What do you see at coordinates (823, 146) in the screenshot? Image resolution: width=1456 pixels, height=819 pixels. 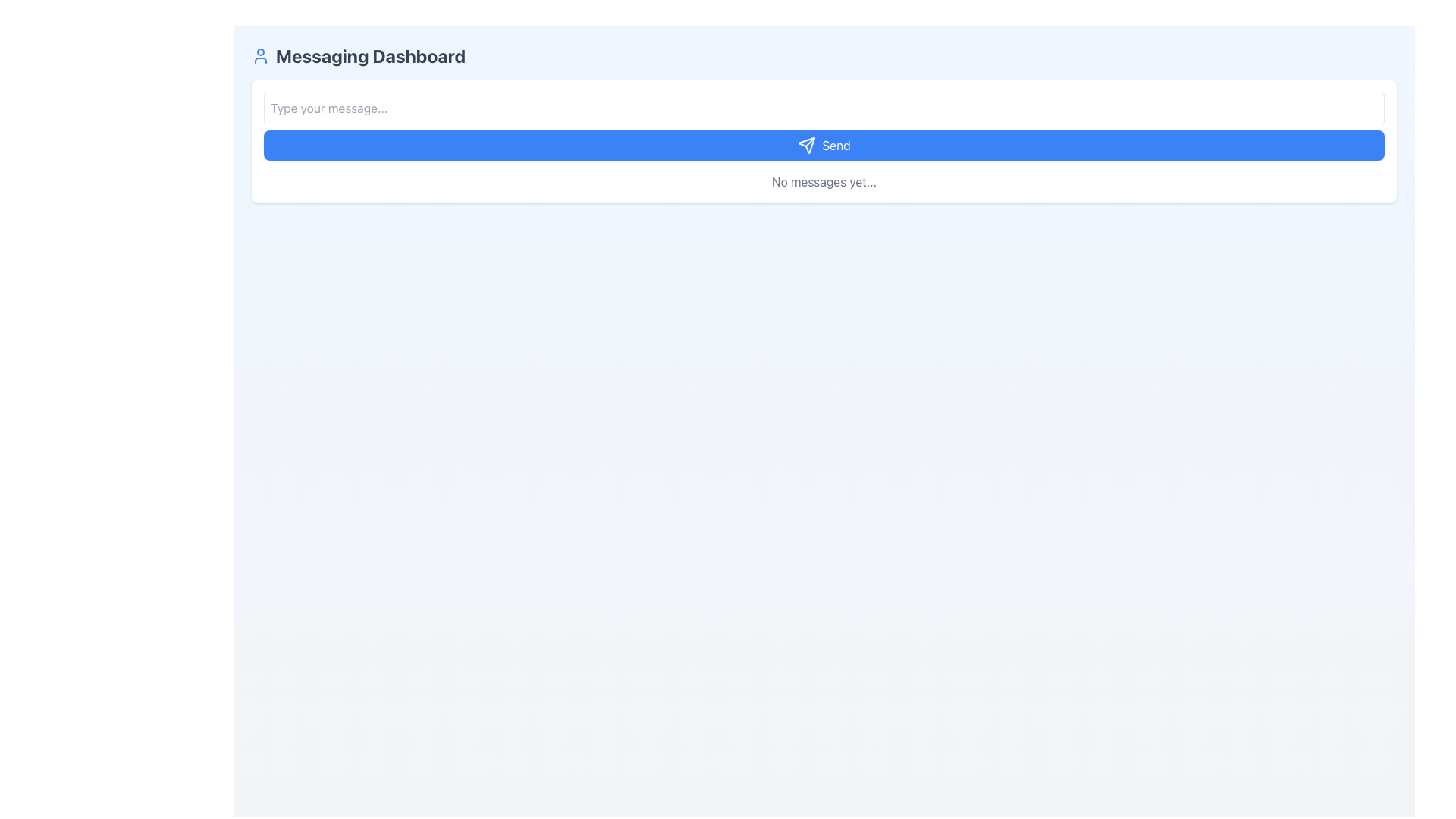 I see `the submission button located beneath the input field with placeholder 'Type your message...' to observe visual changes` at bounding box center [823, 146].